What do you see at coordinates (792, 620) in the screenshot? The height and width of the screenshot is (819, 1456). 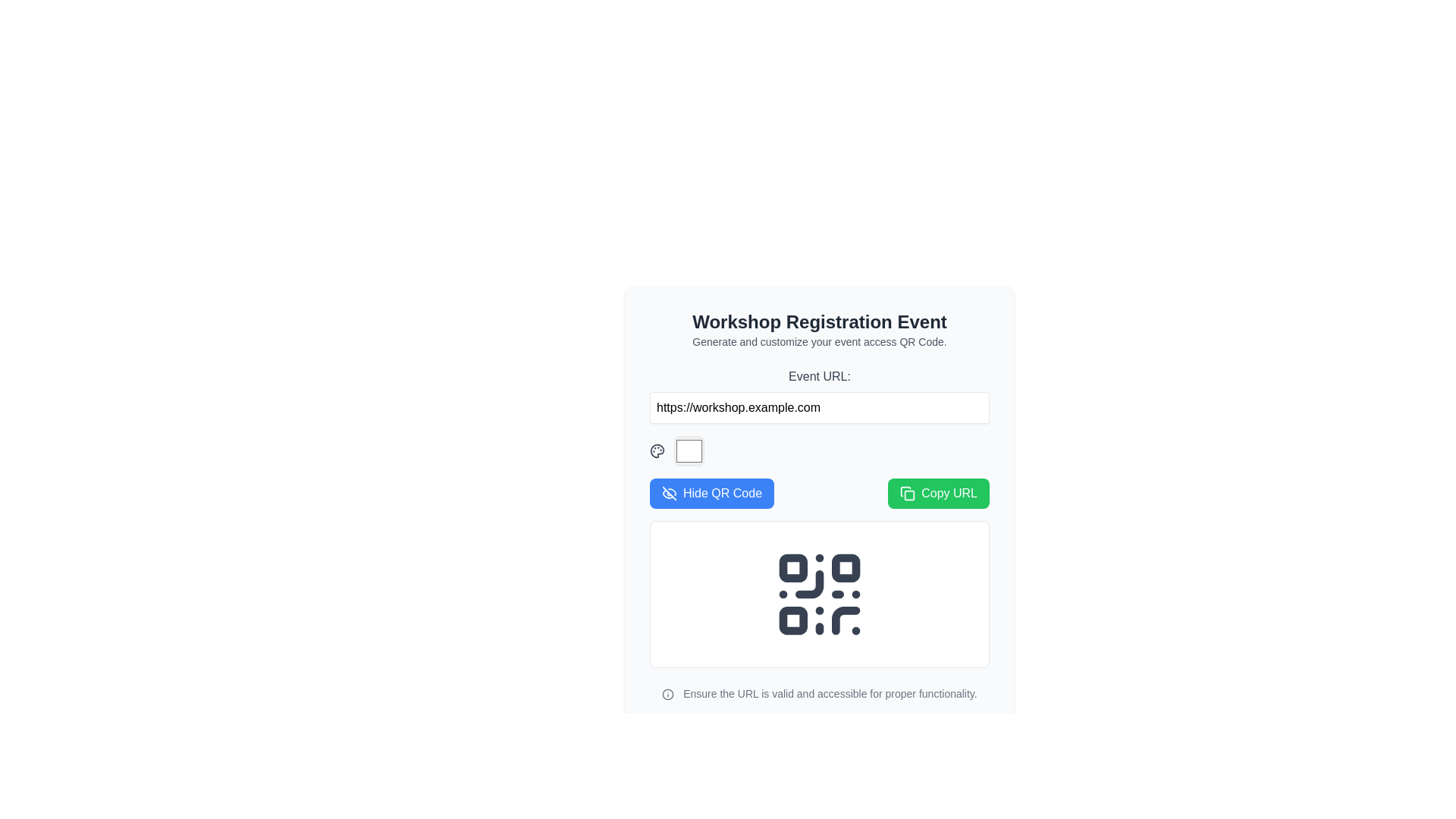 I see `the smaller inner square located in the bottom-left quadrant of the QR code` at bounding box center [792, 620].